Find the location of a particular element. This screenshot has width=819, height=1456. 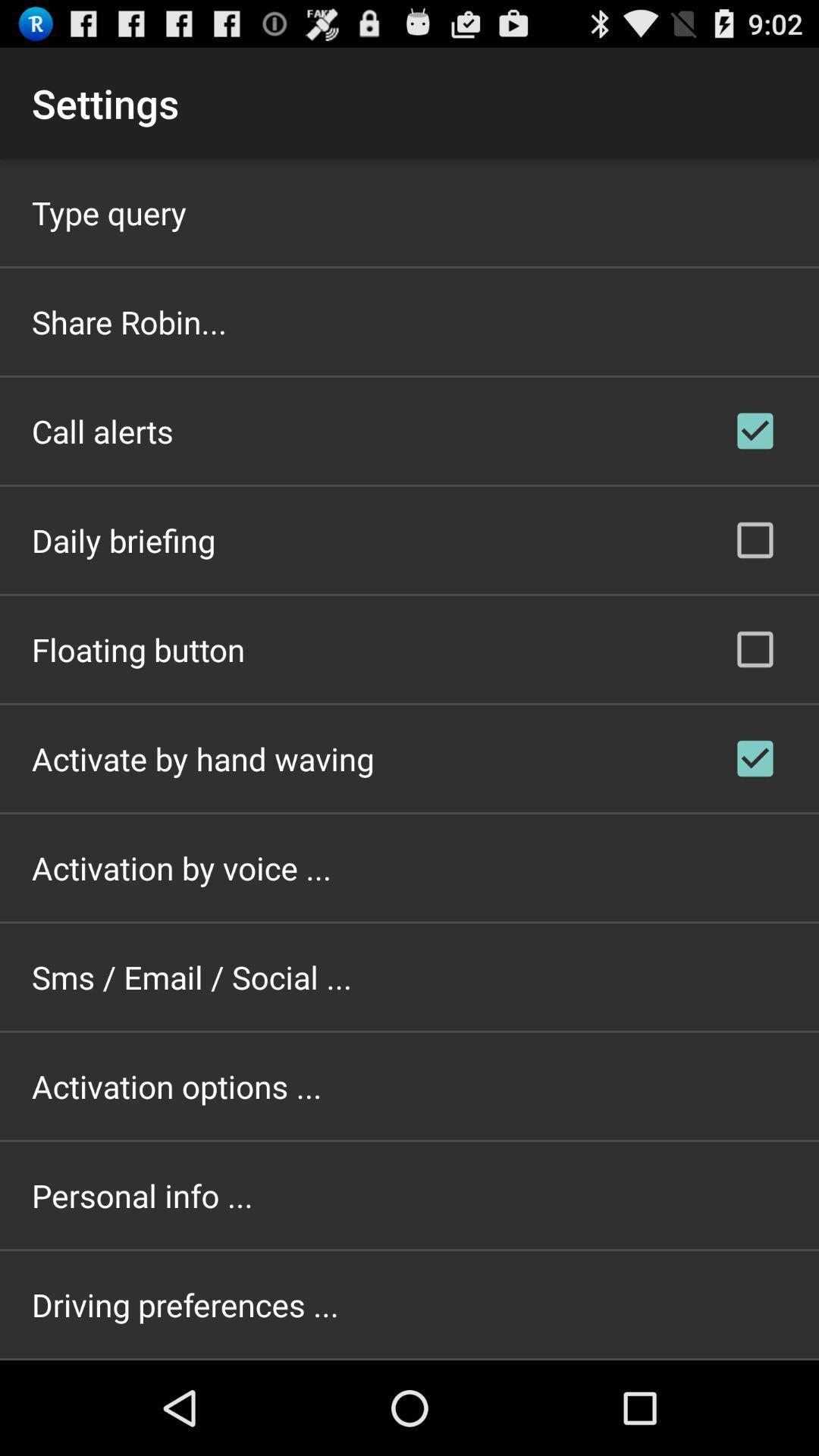

the daily briefing icon is located at coordinates (123, 540).